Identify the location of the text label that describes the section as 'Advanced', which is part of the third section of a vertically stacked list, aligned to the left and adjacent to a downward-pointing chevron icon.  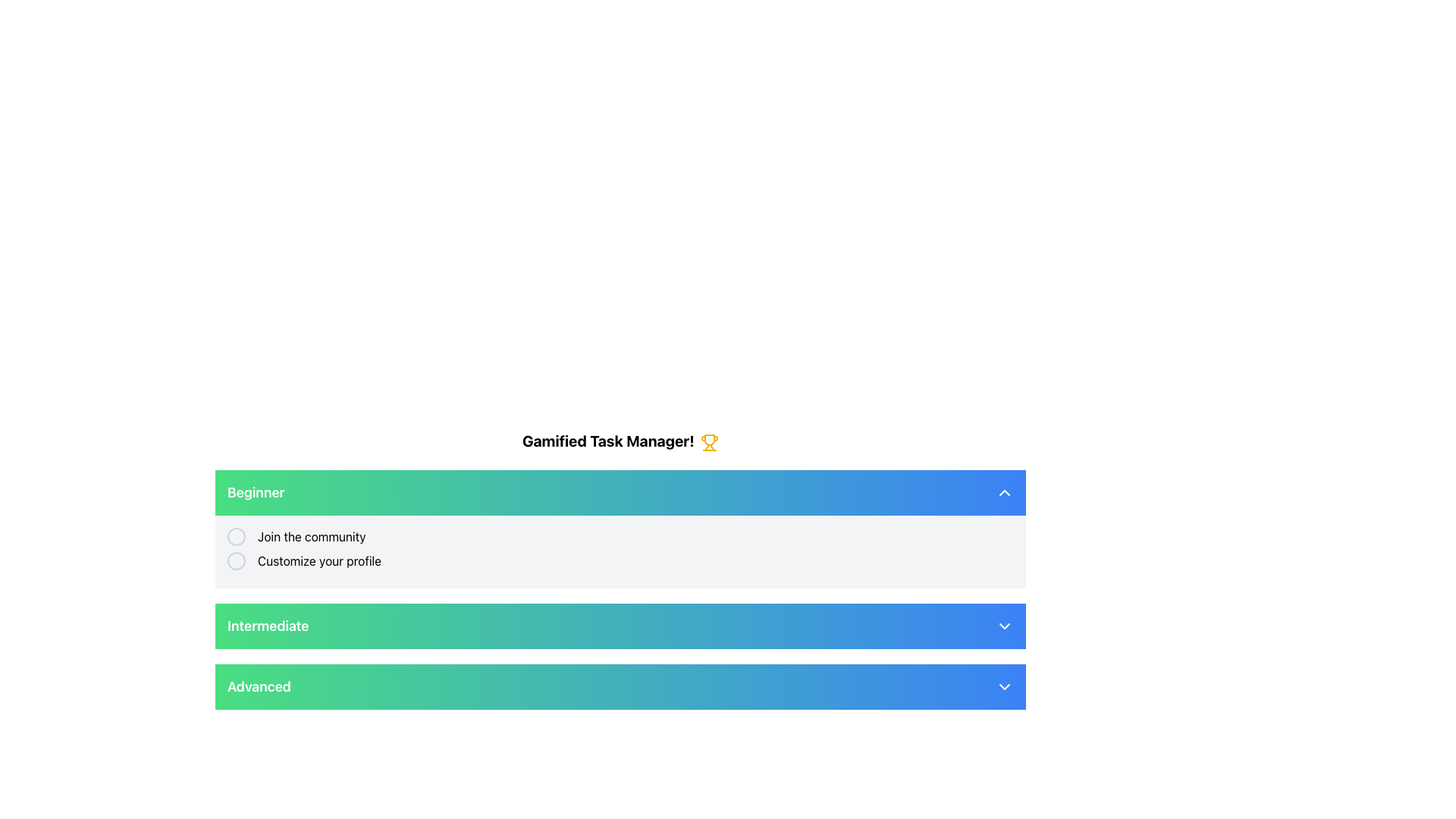
(259, 687).